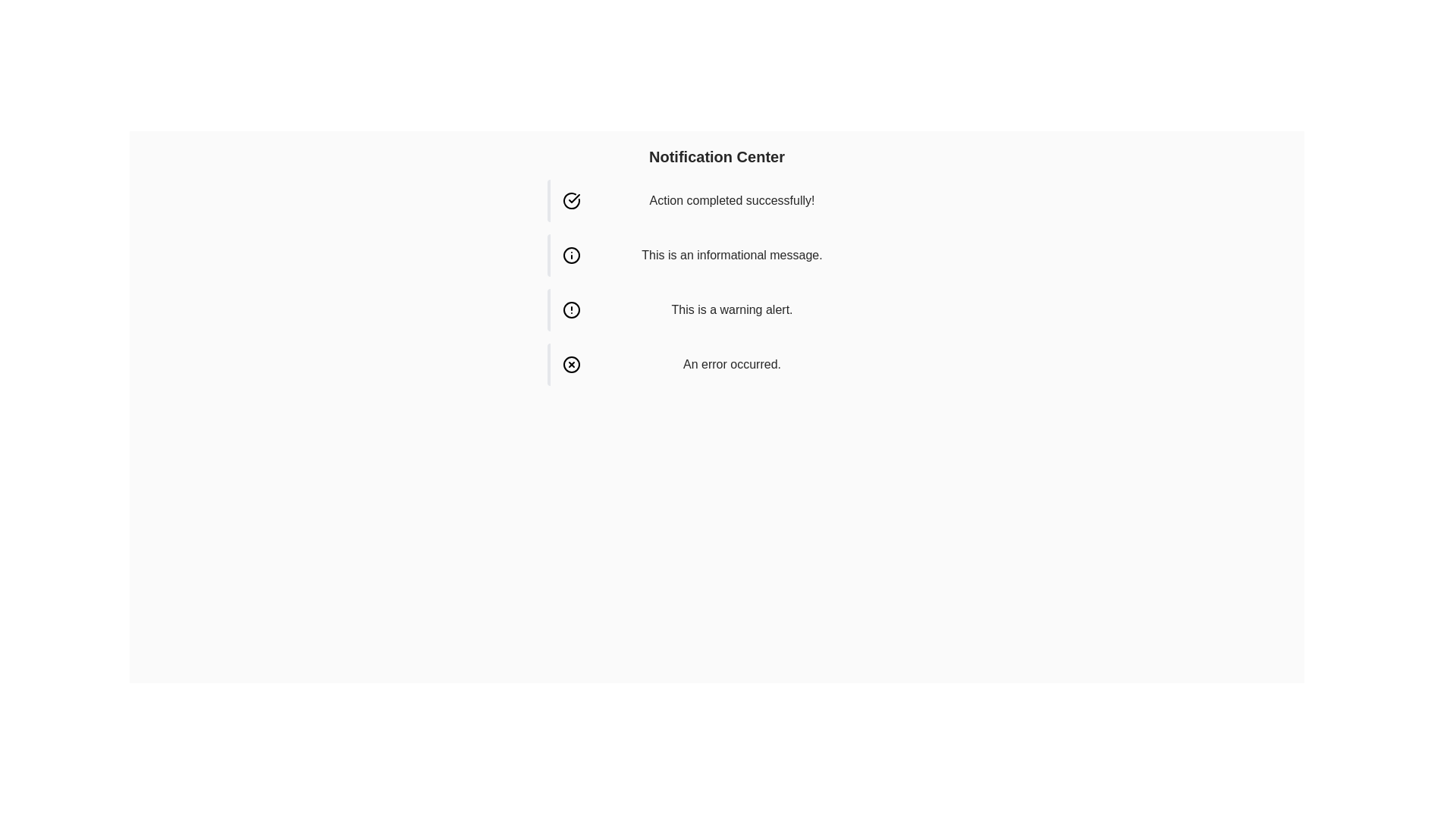 This screenshot has width=1456, height=819. Describe the element at coordinates (732, 365) in the screenshot. I see `the text label displaying 'An error occurred.' within the alert box in the Notification Center, which is positioned about three-fourths down the page` at that location.